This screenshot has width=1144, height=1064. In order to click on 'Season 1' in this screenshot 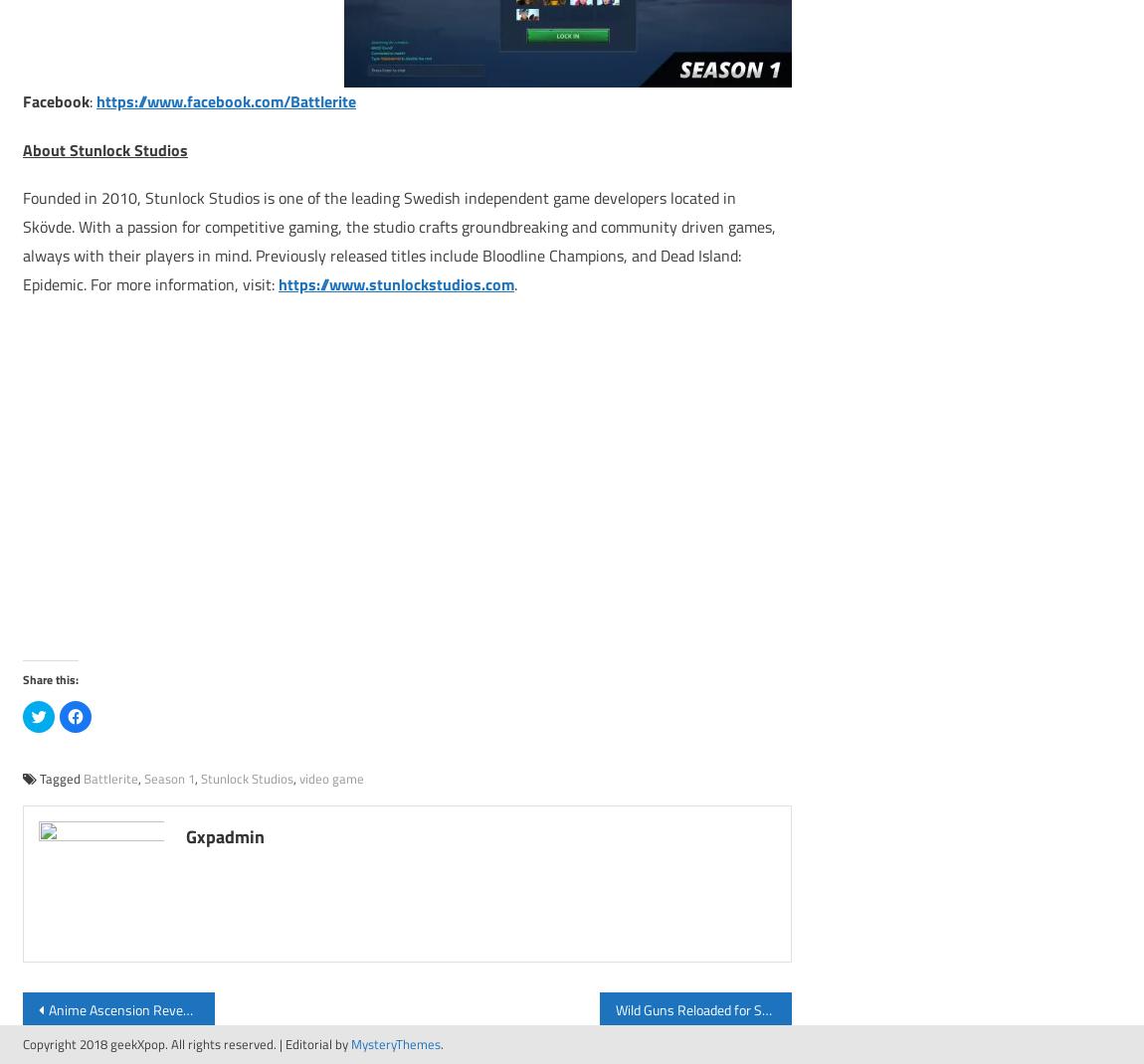, I will do `click(168, 776)`.